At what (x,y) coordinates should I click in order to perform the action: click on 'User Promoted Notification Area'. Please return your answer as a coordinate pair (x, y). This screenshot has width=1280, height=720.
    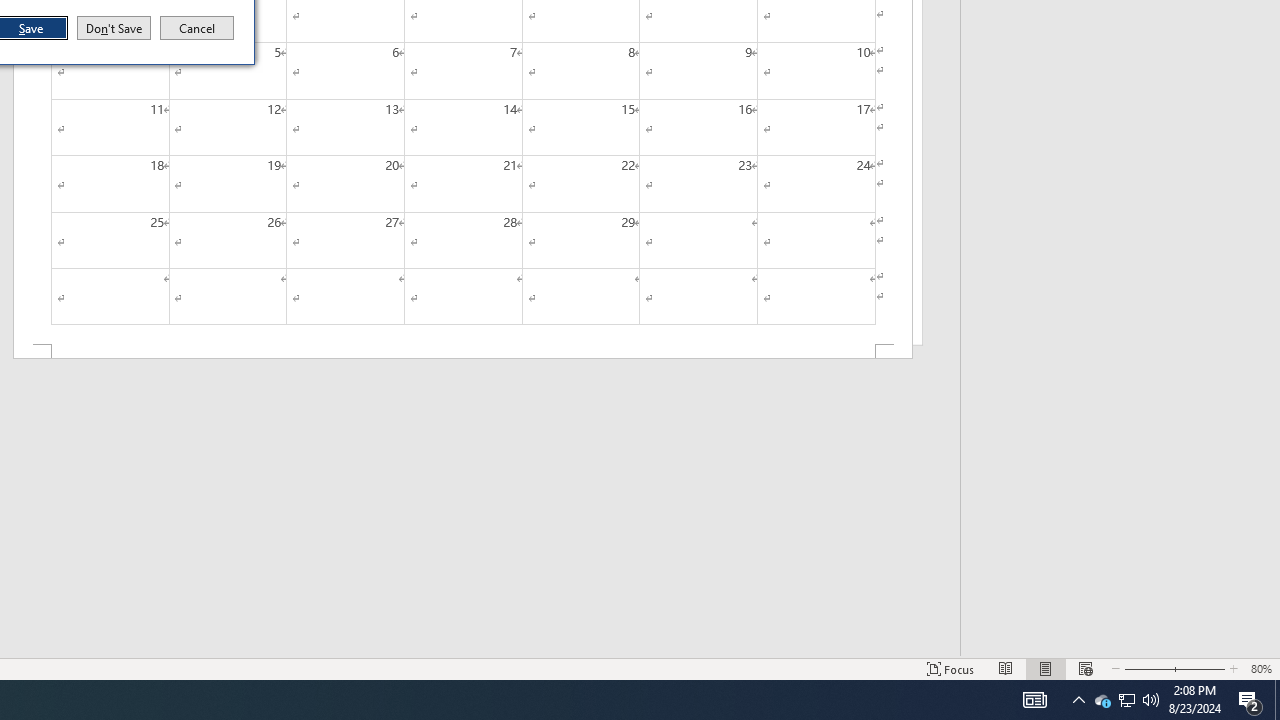
    Looking at the image, I should click on (1127, 698).